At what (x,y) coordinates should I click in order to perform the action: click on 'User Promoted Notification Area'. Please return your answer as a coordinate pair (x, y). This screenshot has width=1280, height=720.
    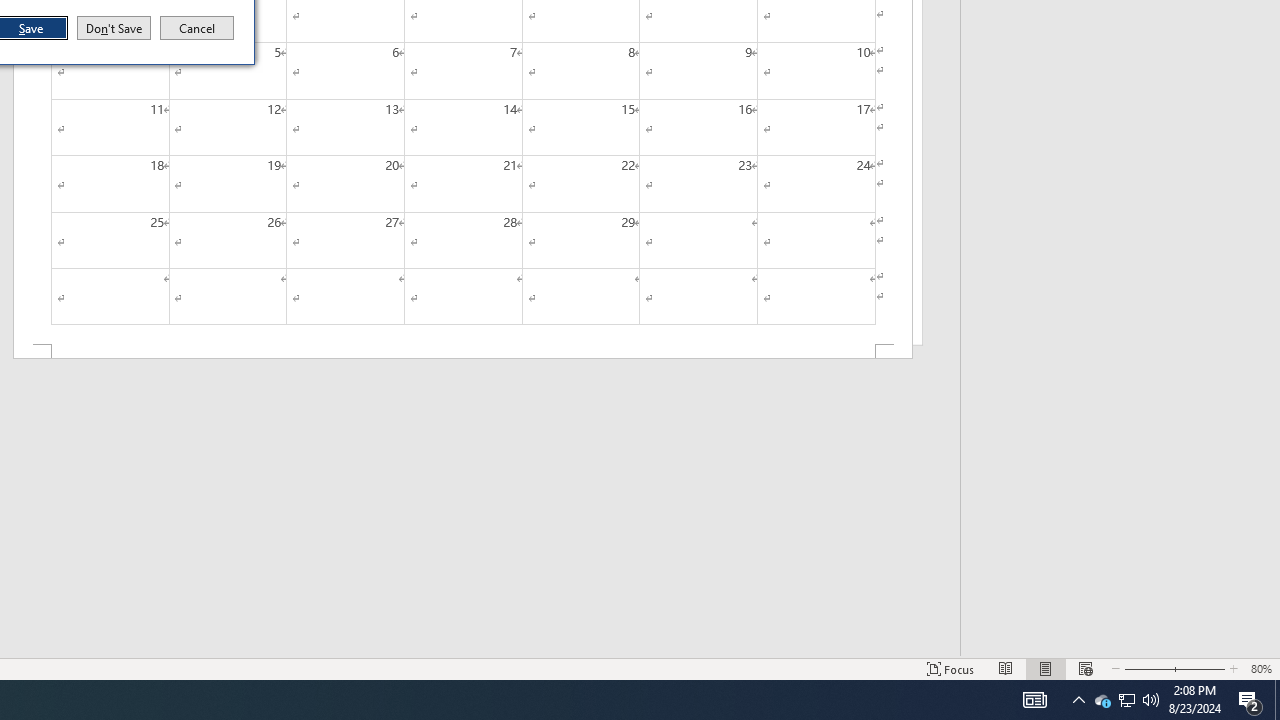
    Looking at the image, I should click on (1127, 698).